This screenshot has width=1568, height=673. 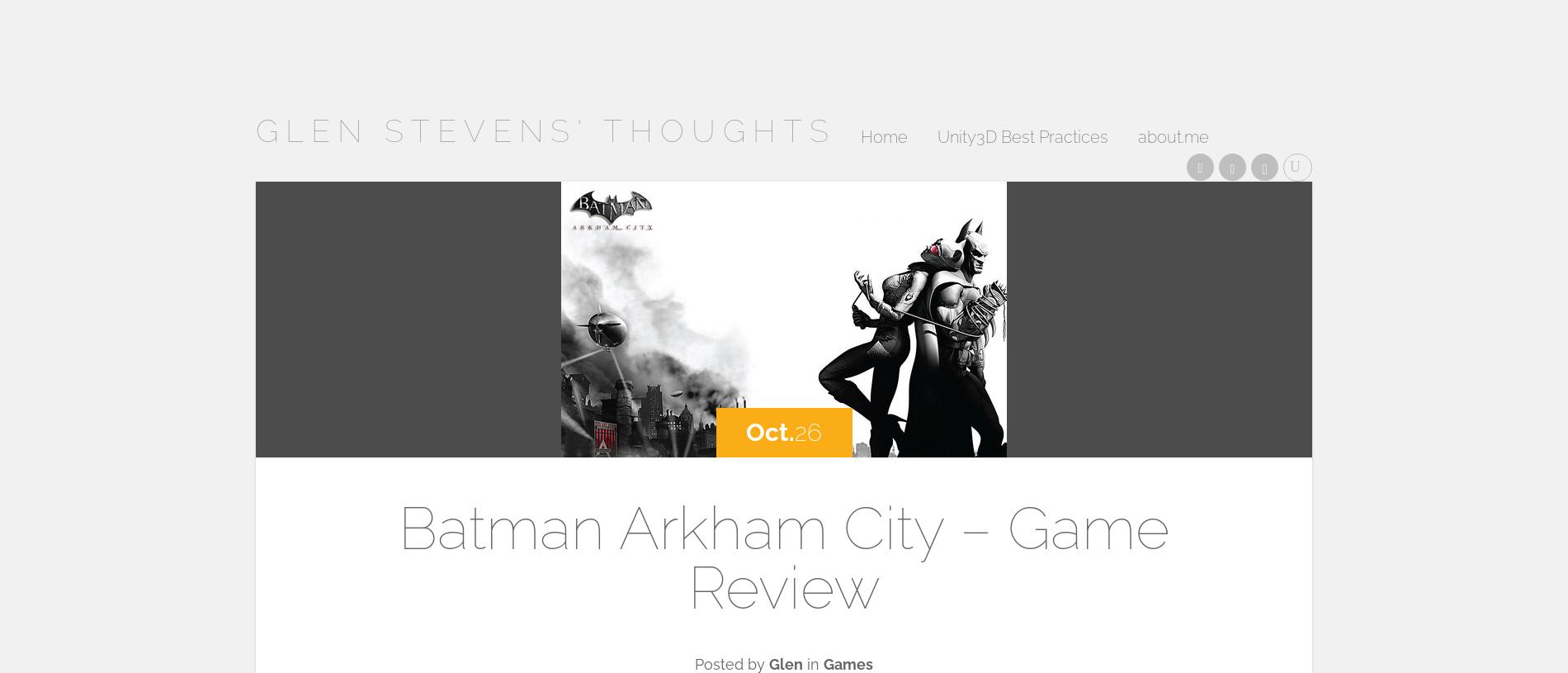 I want to click on 'in', so click(x=802, y=664).